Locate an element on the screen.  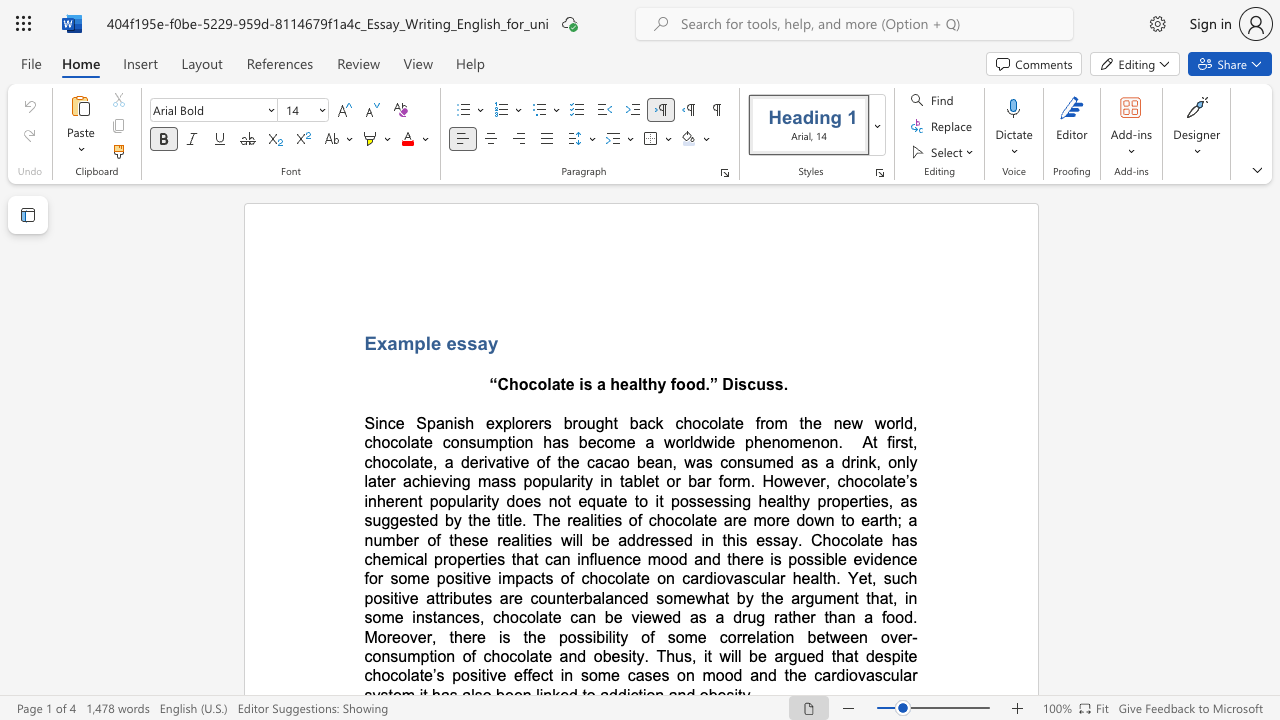
the subset text "xample essa" within the text "Example essay" is located at coordinates (376, 342).